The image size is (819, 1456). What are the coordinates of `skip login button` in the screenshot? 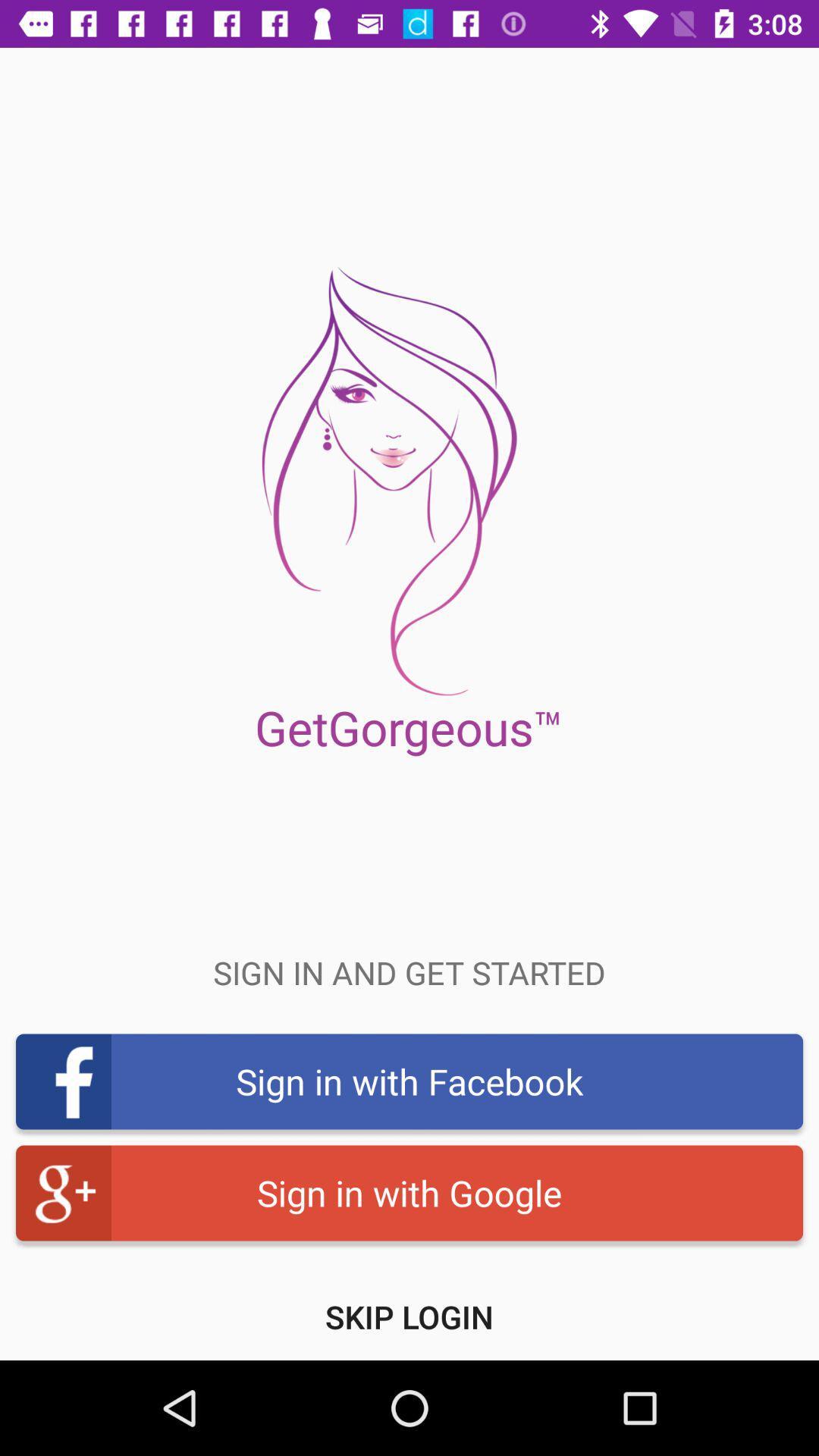 It's located at (409, 1316).